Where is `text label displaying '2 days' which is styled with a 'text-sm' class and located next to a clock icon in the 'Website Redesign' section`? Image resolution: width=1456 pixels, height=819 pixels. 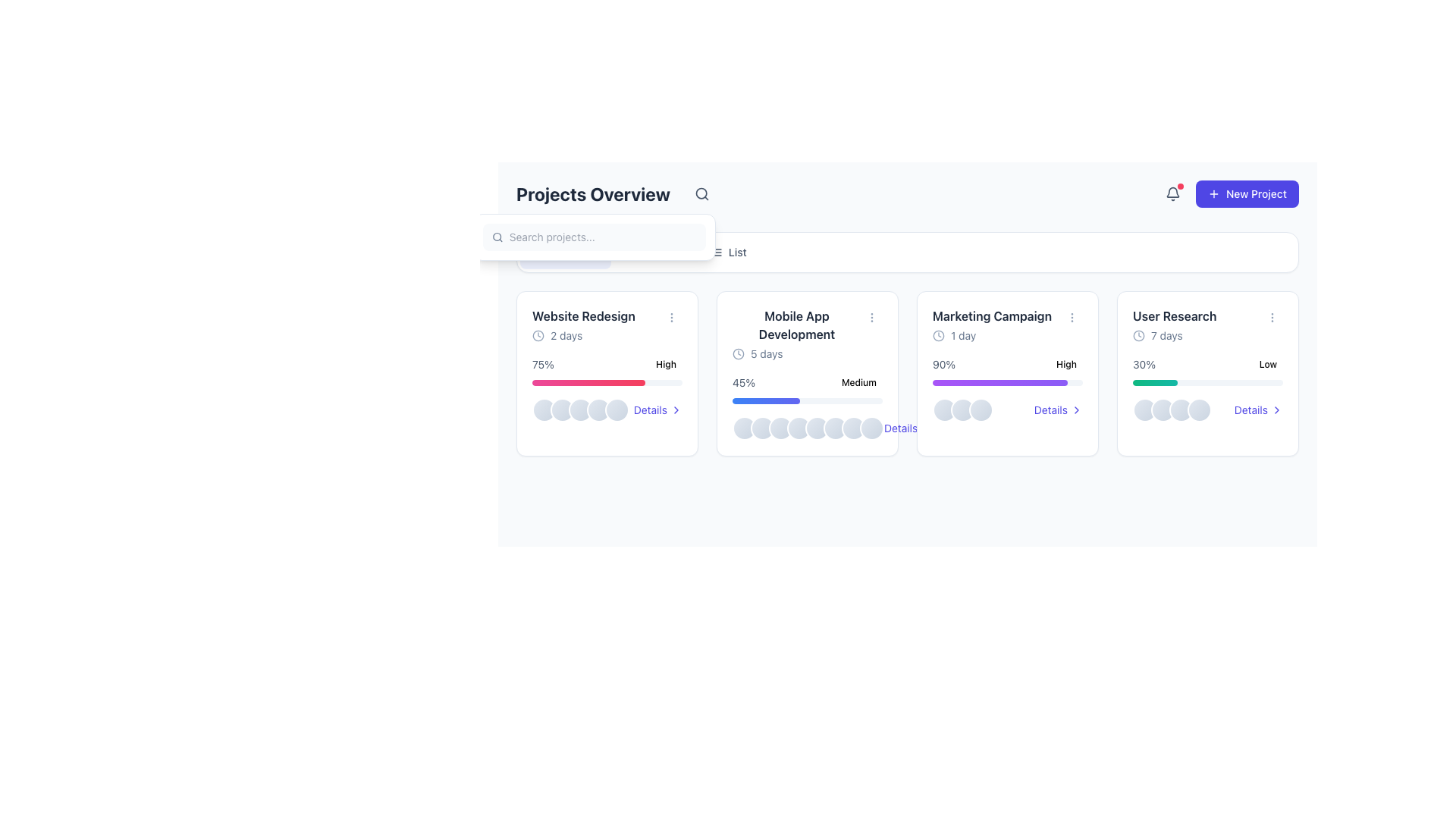 text label displaying '2 days' which is styled with a 'text-sm' class and located next to a clock icon in the 'Website Redesign' section is located at coordinates (566, 335).